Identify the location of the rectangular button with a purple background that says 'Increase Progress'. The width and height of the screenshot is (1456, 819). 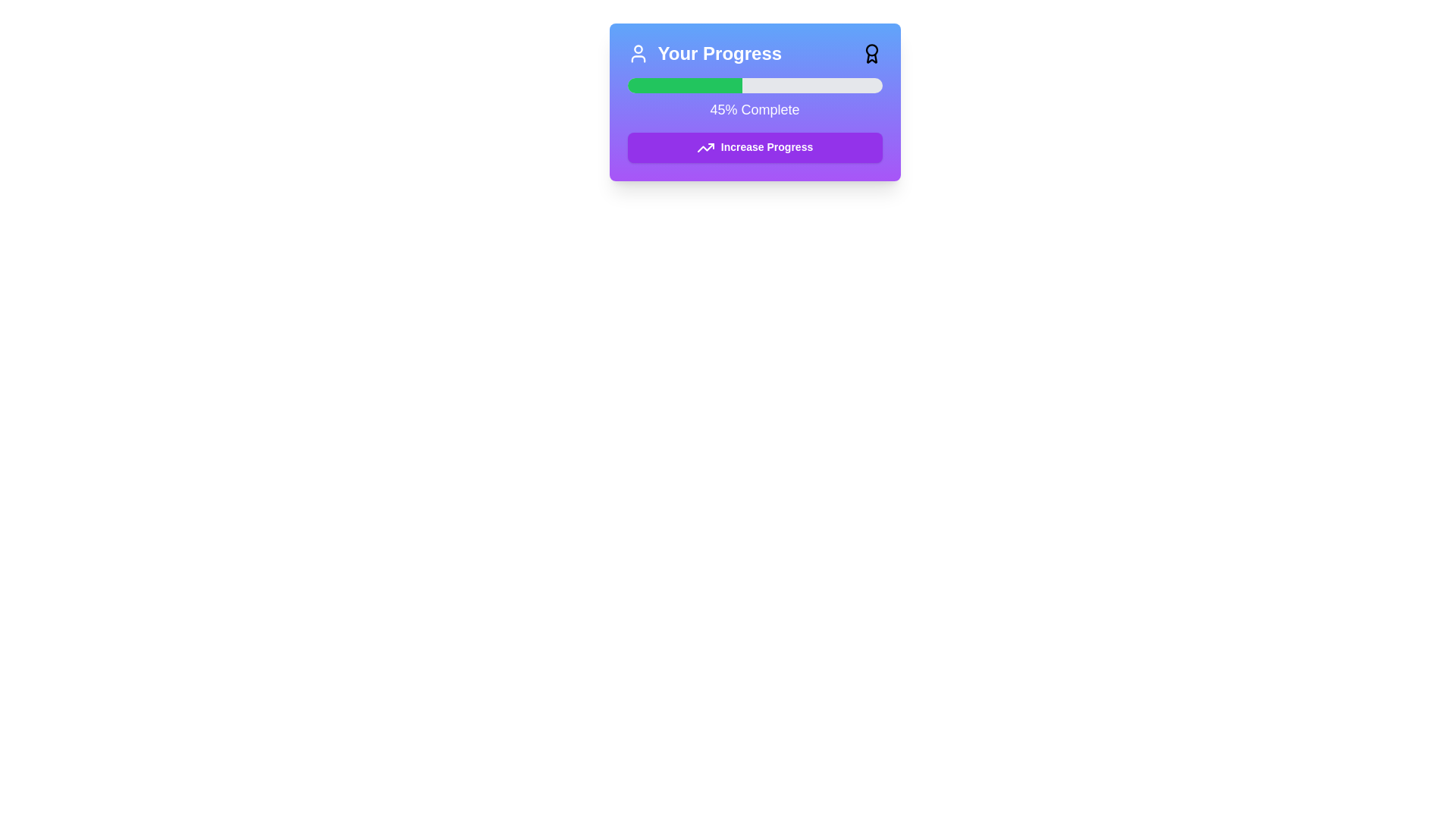
(755, 148).